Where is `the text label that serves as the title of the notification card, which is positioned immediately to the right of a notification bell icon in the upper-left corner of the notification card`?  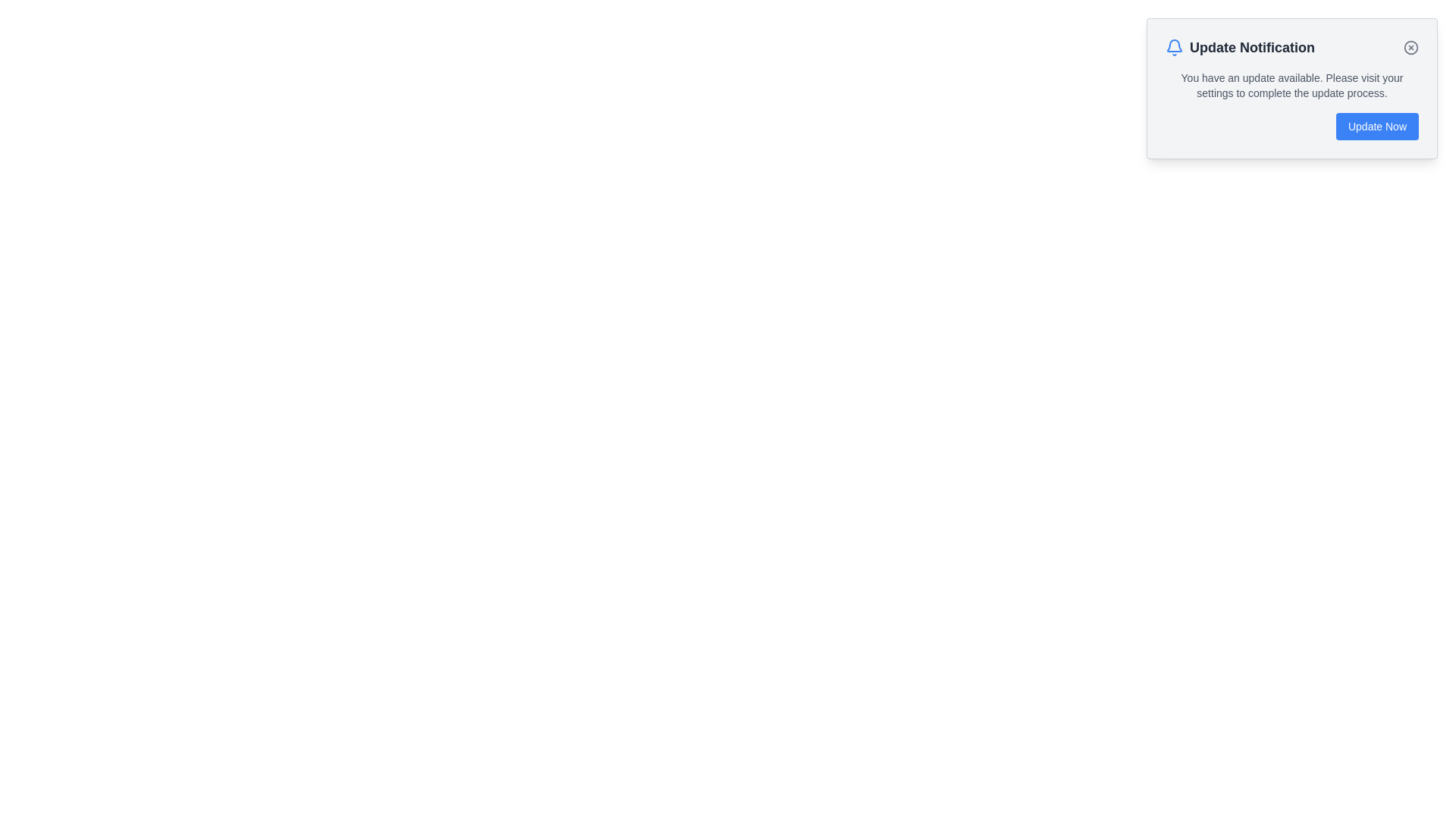 the text label that serves as the title of the notification card, which is positioned immediately to the right of a notification bell icon in the upper-left corner of the notification card is located at coordinates (1252, 46).